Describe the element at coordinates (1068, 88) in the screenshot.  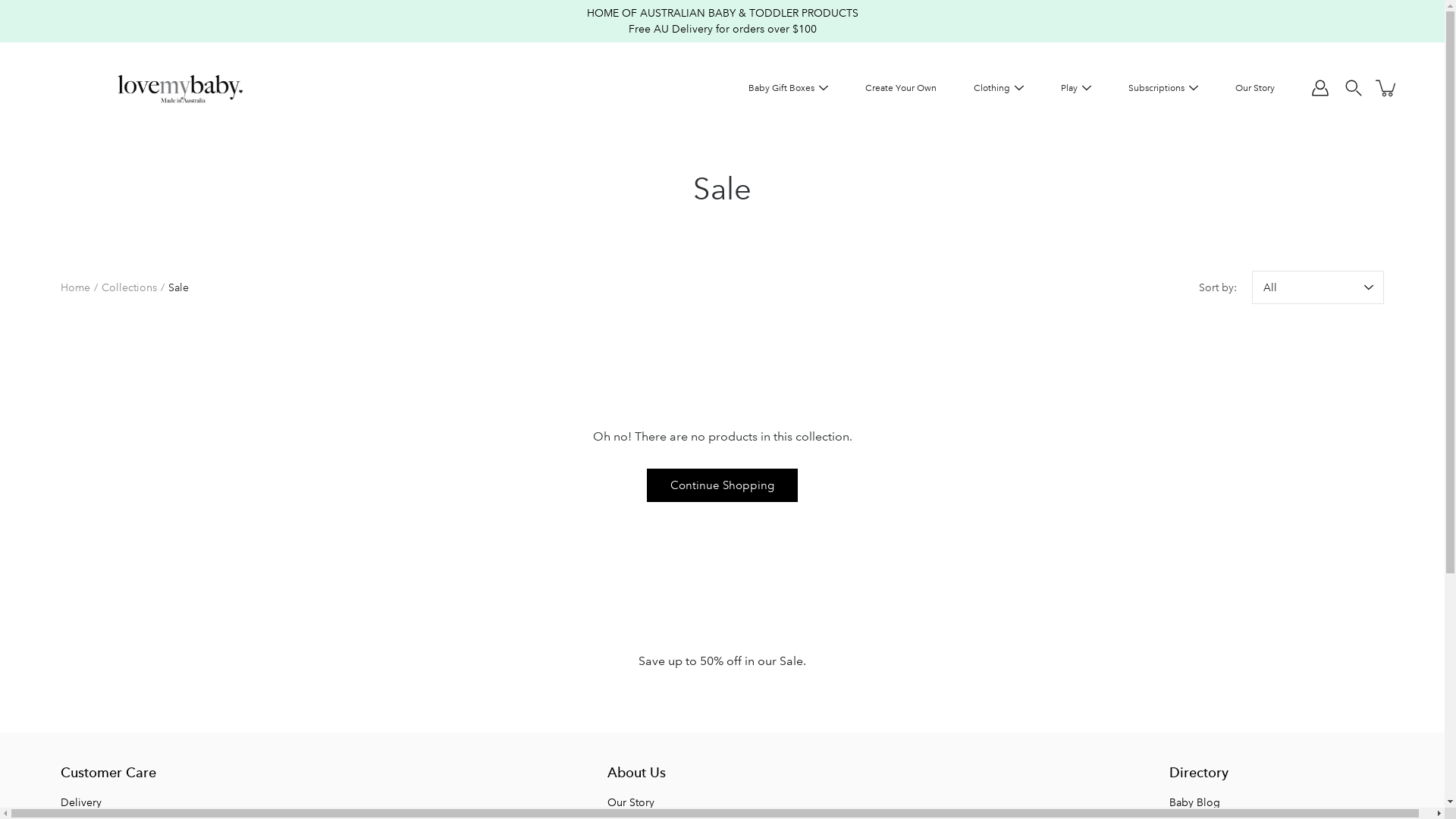
I see `'Play'` at that location.